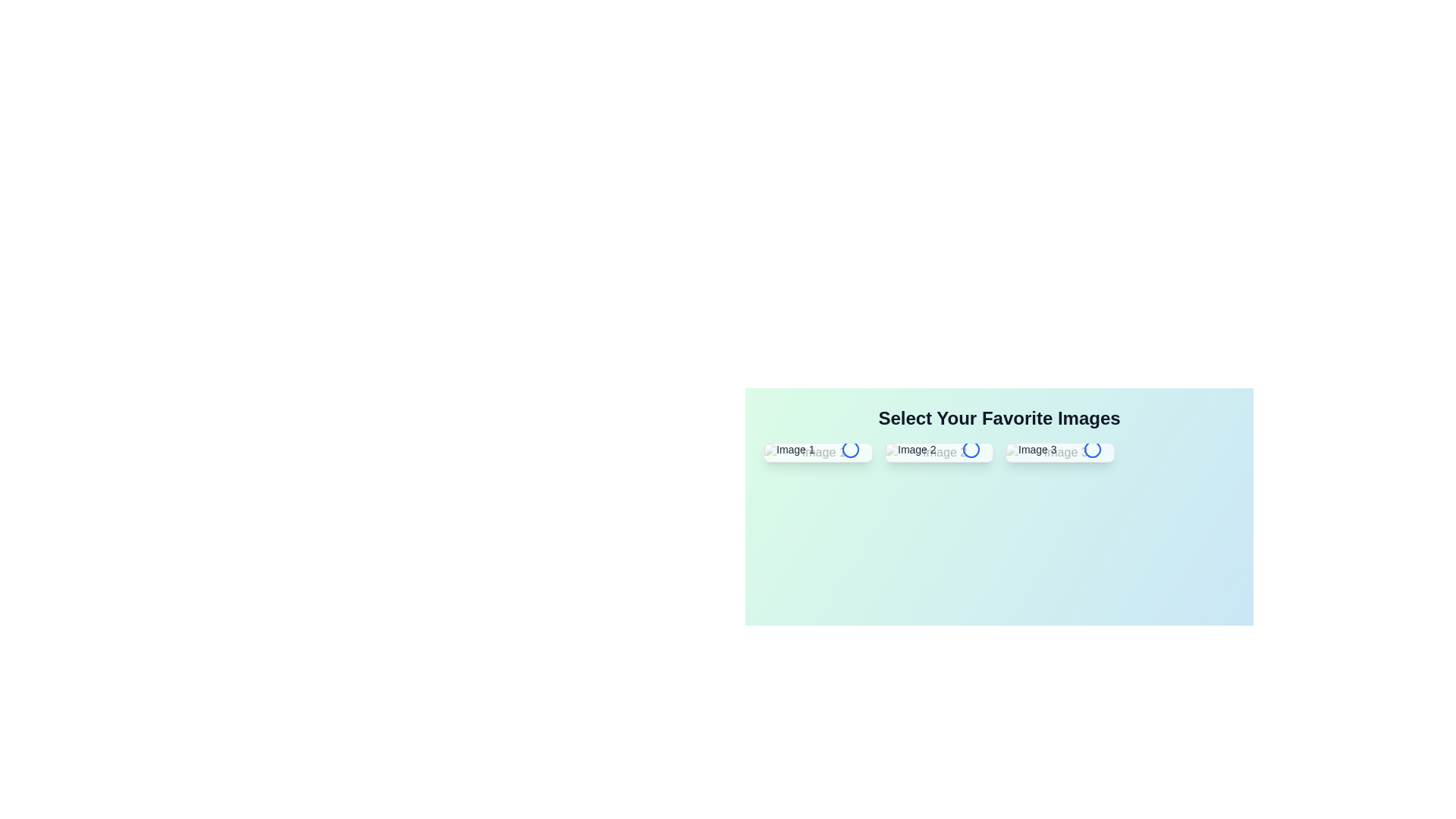 The height and width of the screenshot is (819, 1456). I want to click on selection icon button for the image tile labeled Image 3, so click(1092, 449).